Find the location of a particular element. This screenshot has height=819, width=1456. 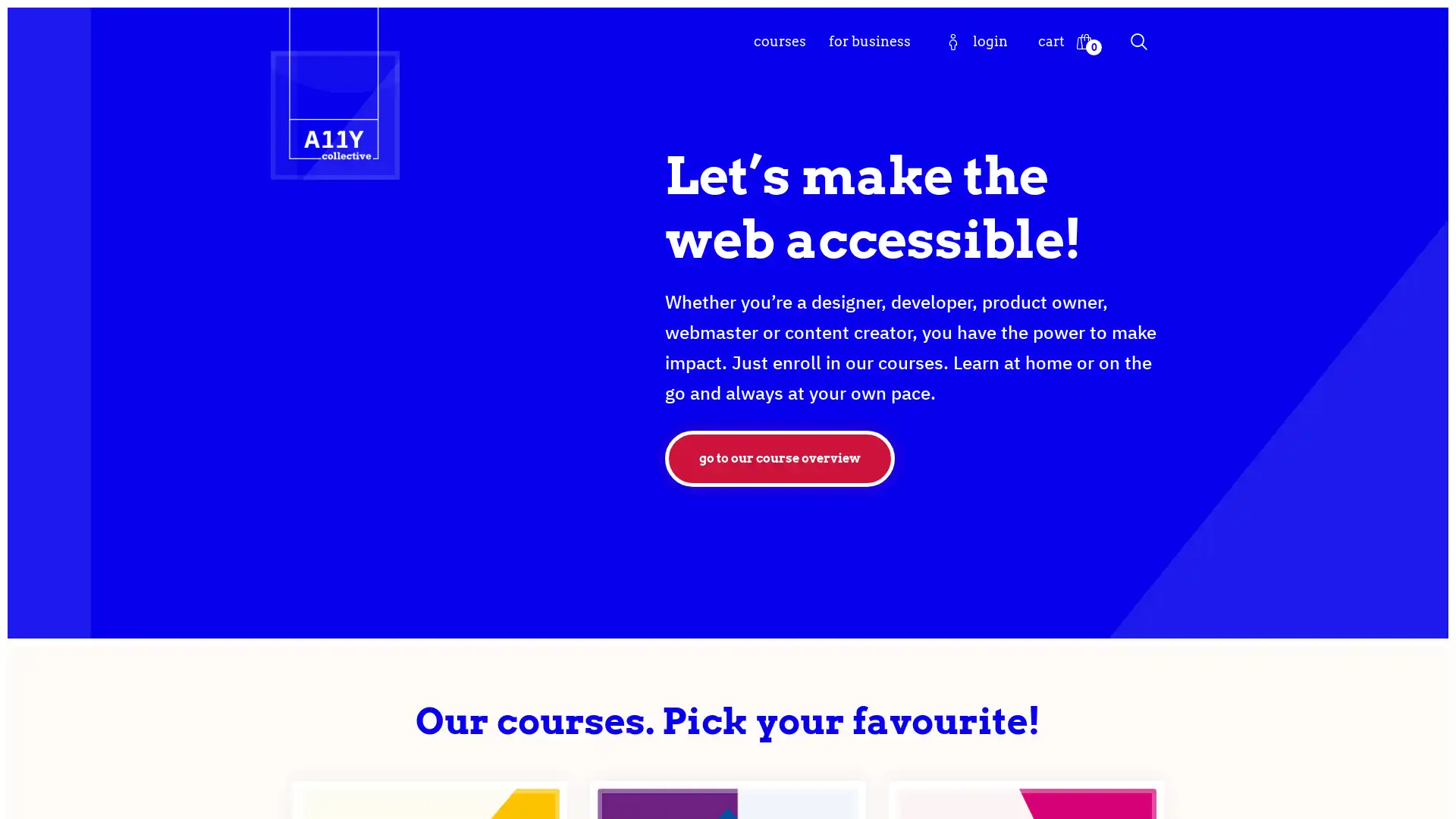

Search is located at coordinates (1139, 40).